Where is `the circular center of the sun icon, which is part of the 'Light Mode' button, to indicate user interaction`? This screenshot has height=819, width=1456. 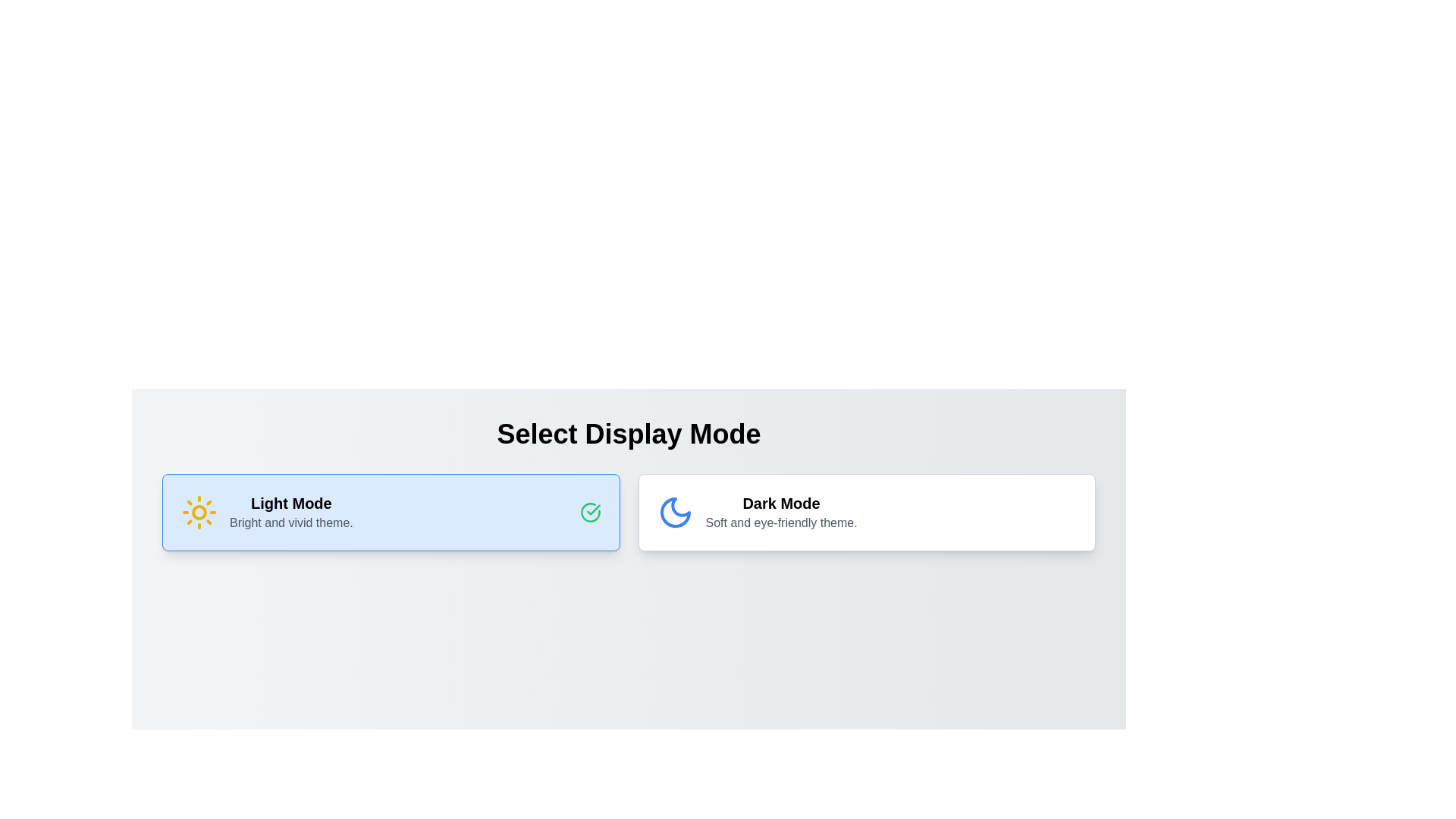 the circular center of the sun icon, which is part of the 'Light Mode' button, to indicate user interaction is located at coordinates (199, 512).